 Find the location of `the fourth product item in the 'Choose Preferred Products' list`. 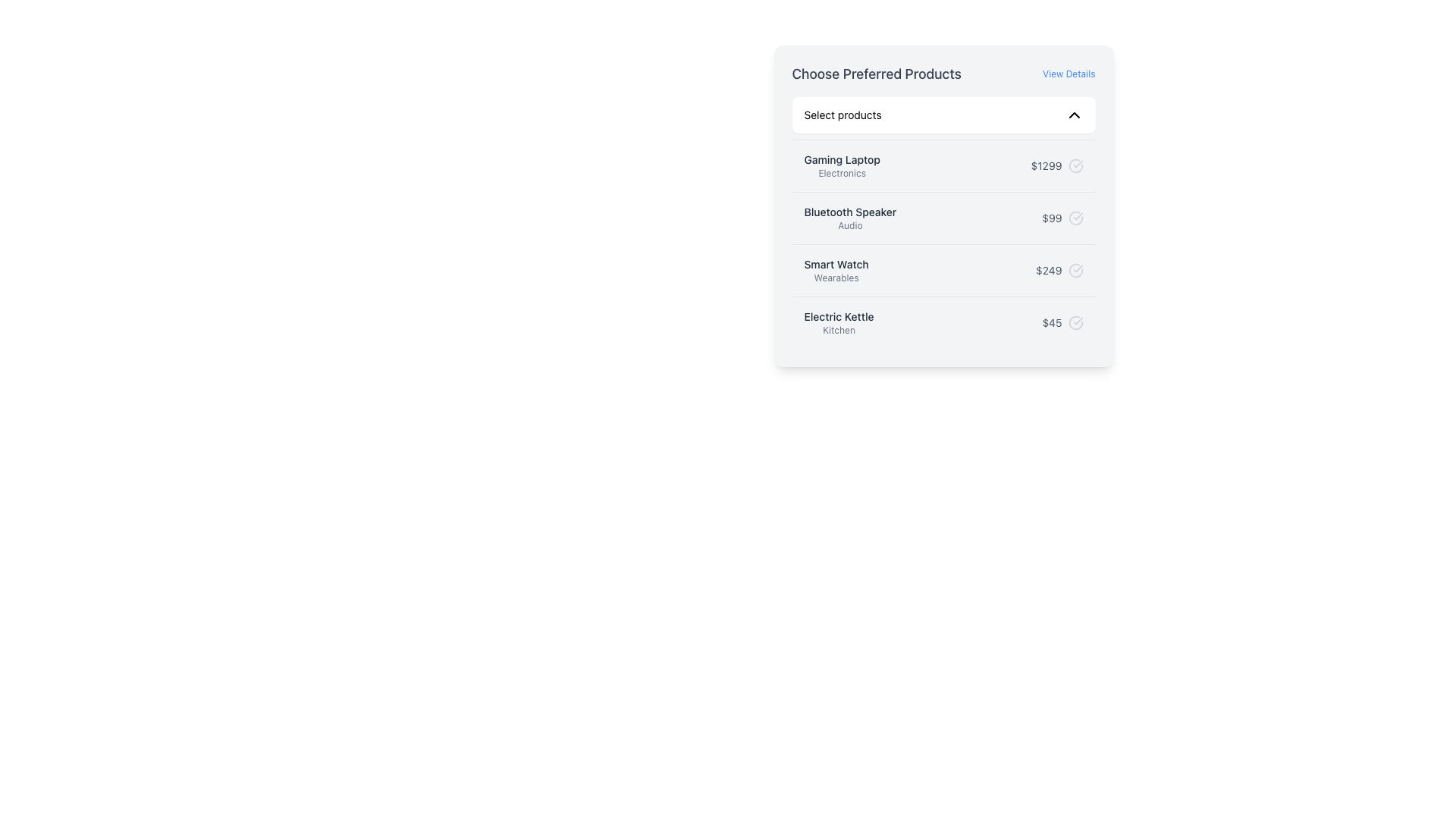

the fourth product item in the 'Choose Preferred Products' list is located at coordinates (943, 322).